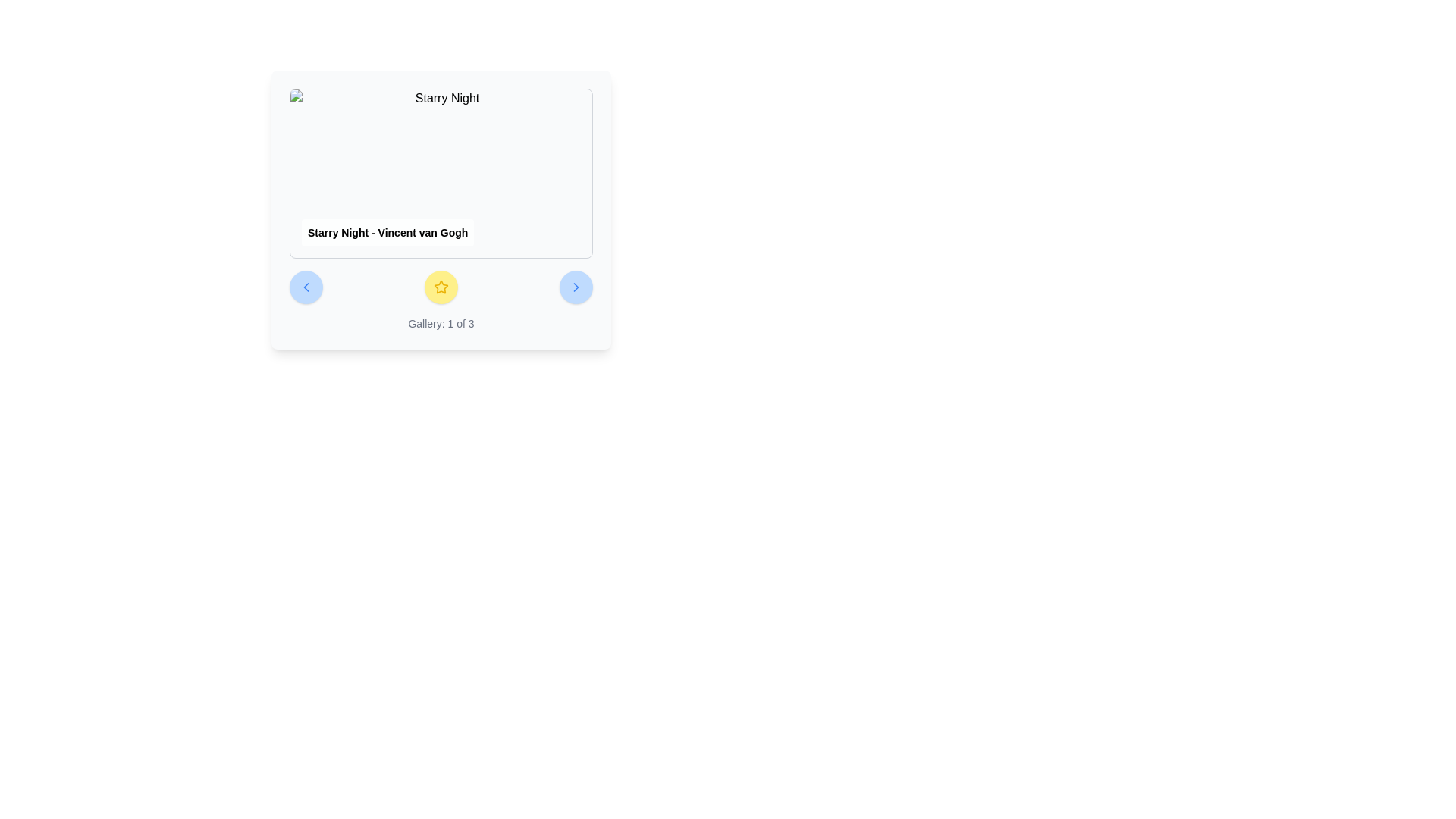 This screenshot has height=819, width=1456. What do you see at coordinates (440, 287) in the screenshot?
I see `the middle circular button with a yellow background and a star icon to mark it as favorite` at bounding box center [440, 287].